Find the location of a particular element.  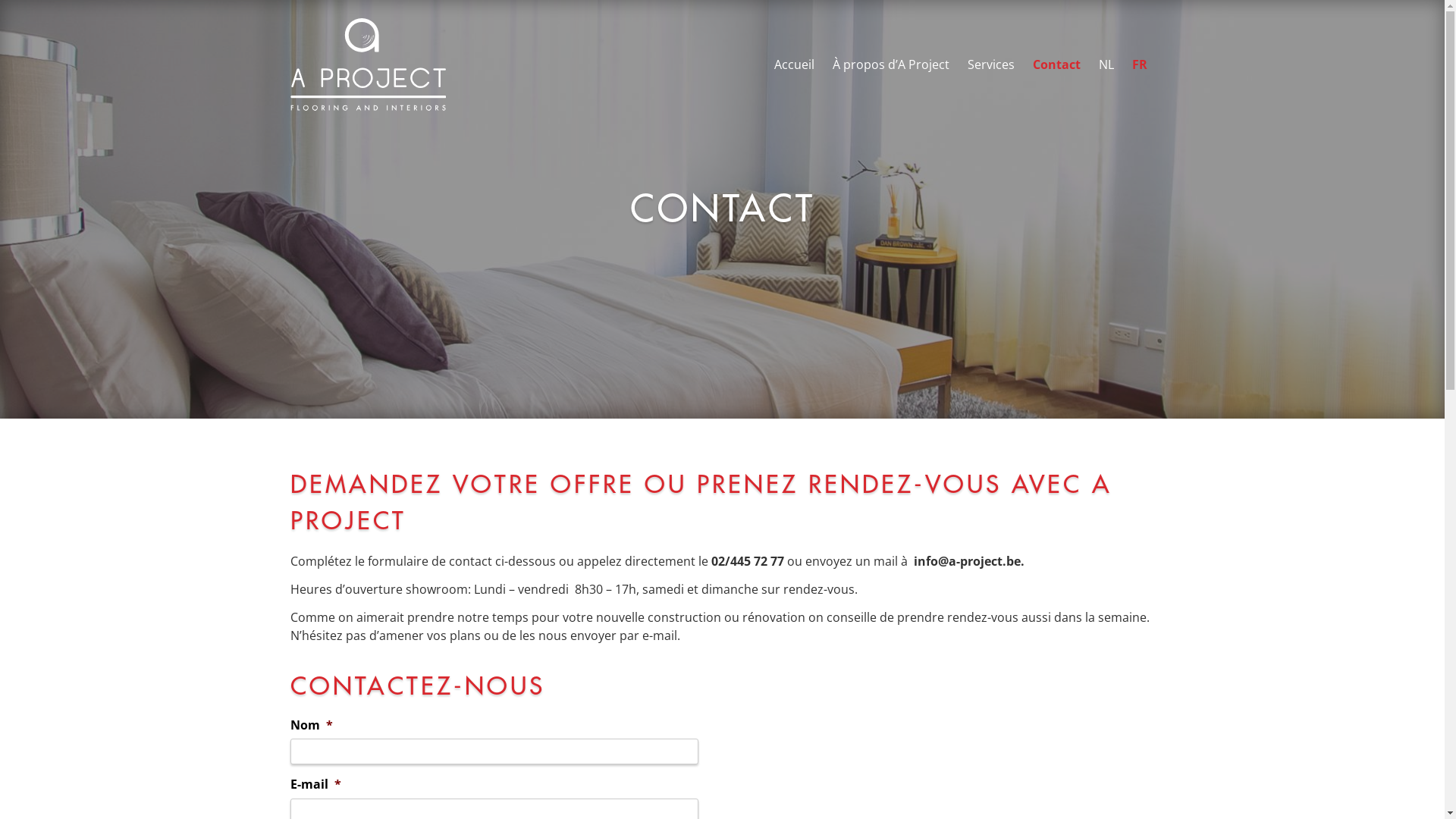

'Accueil' is located at coordinates (773, 63).